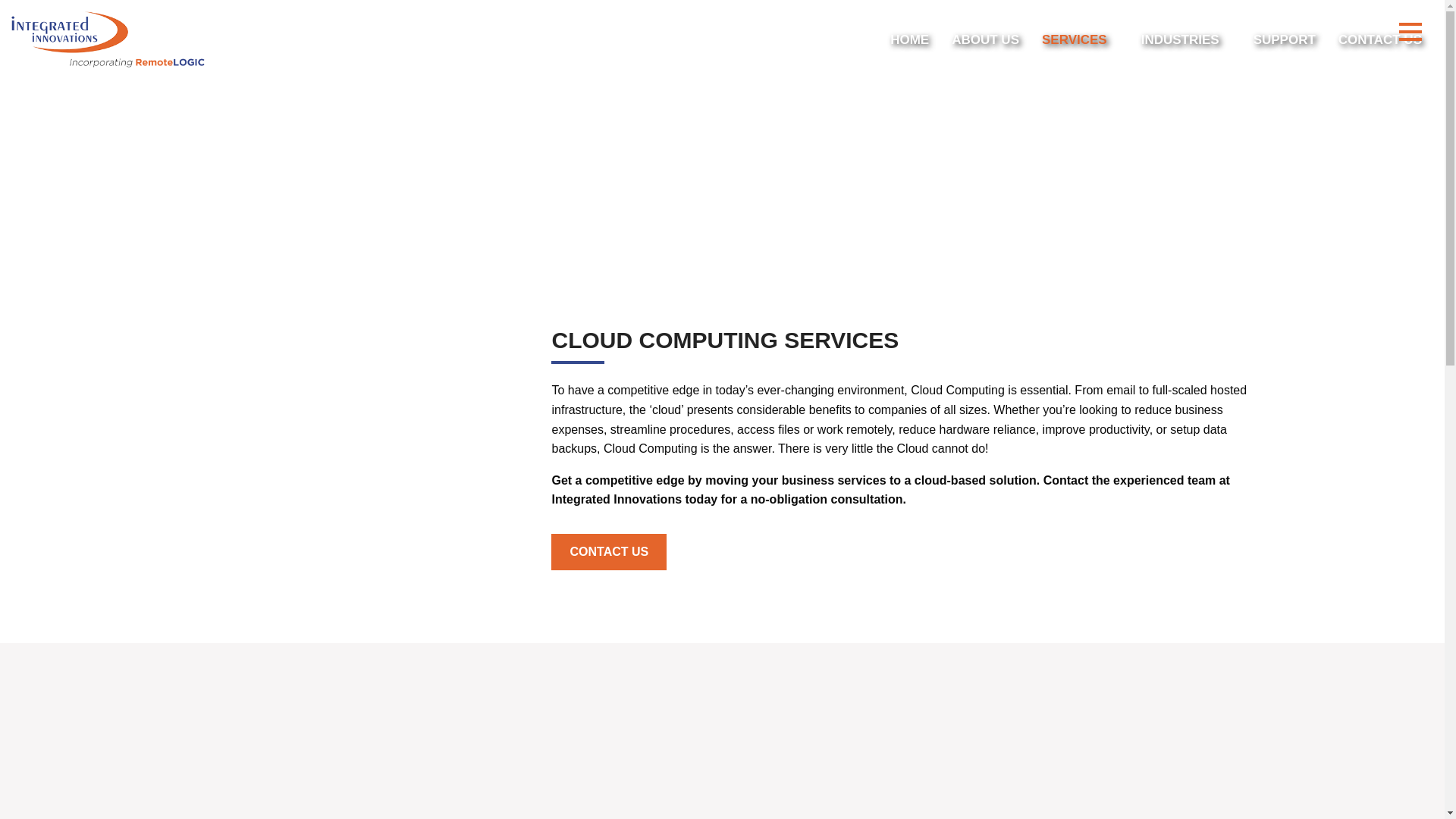  I want to click on 'Integrated Innovations', so click(107, 39).